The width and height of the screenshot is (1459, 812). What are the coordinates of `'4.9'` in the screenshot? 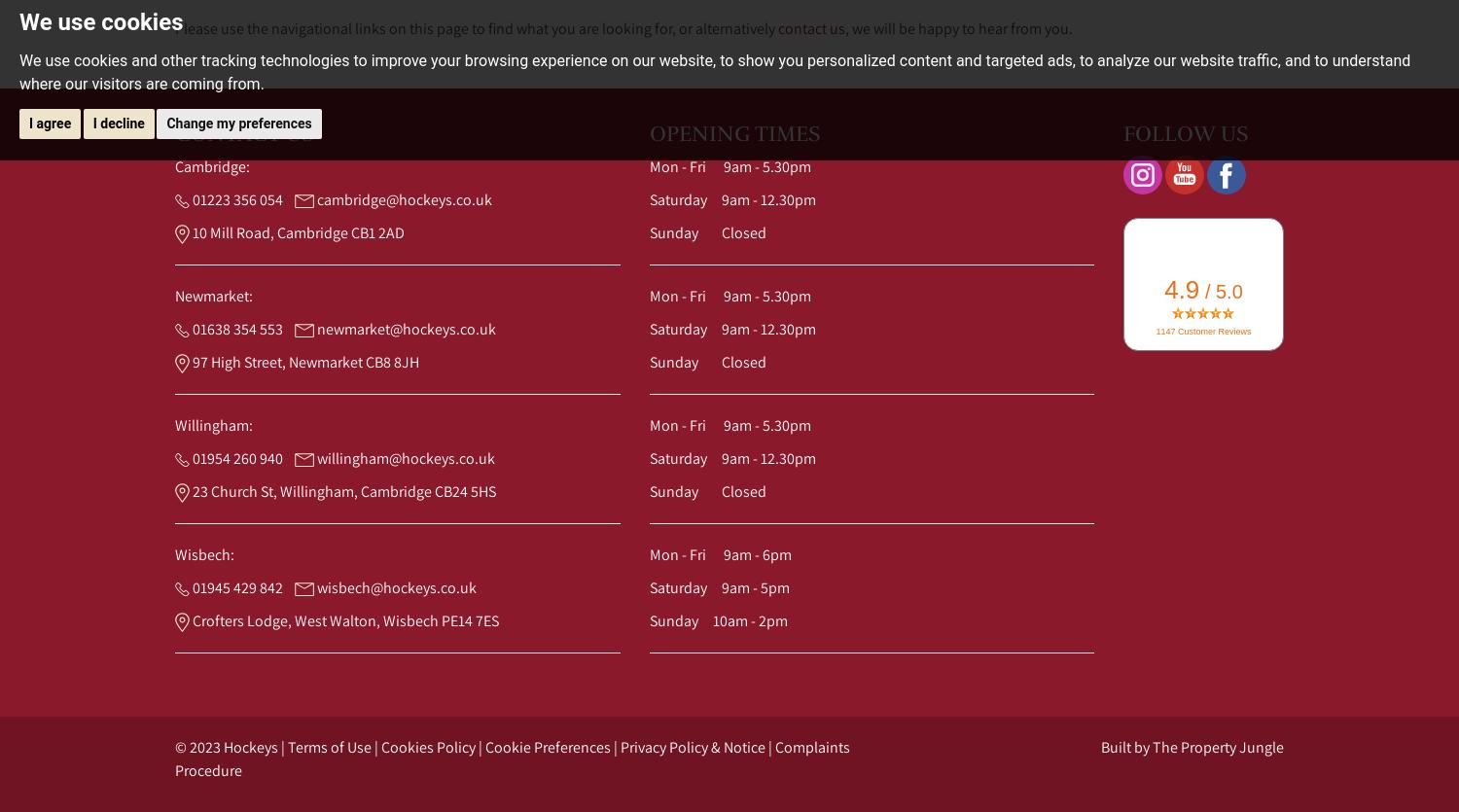 It's located at (1181, 289).